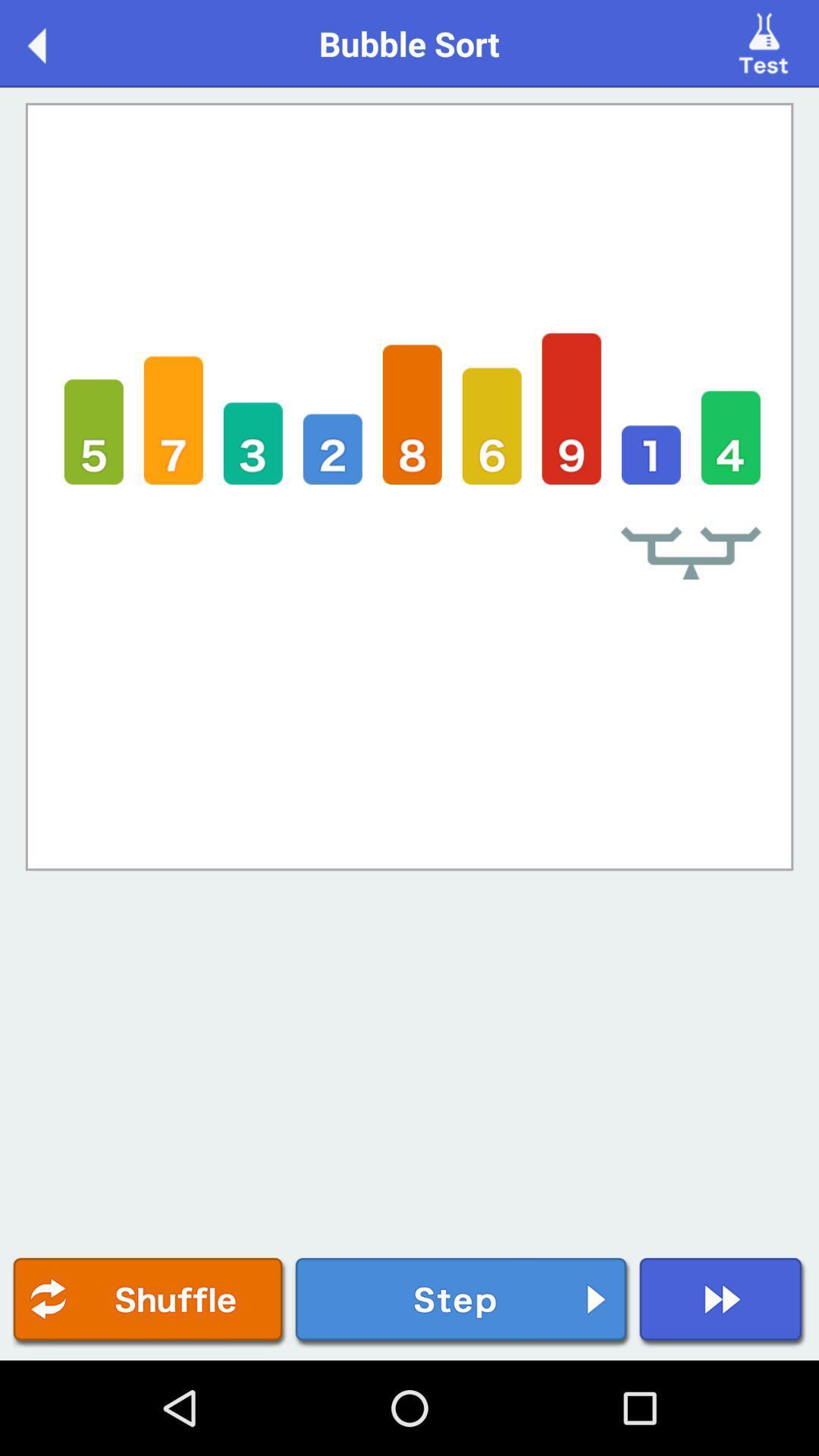  I want to click on shuffle button, so click(149, 1301).